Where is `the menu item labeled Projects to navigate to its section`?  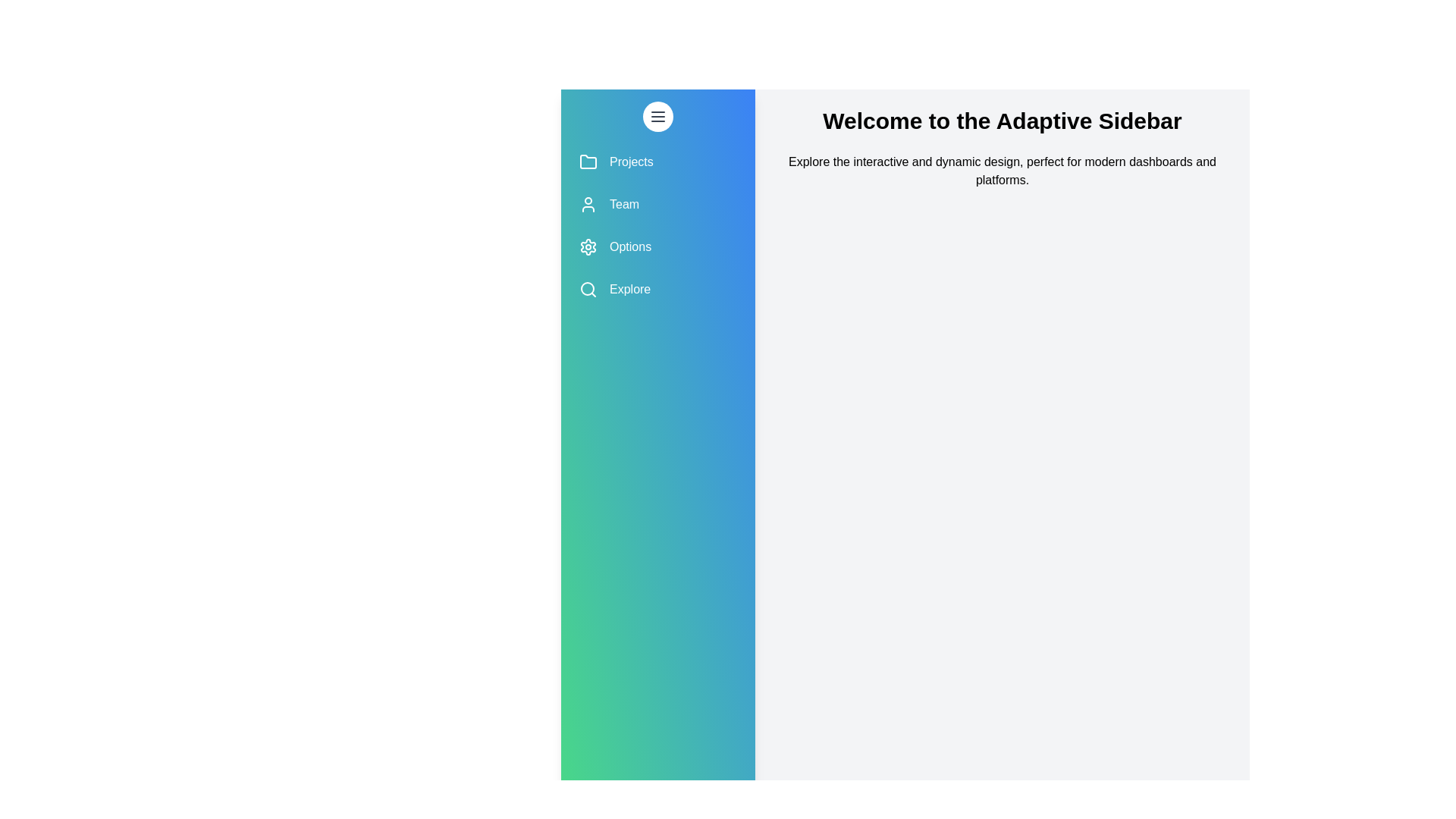
the menu item labeled Projects to navigate to its section is located at coordinates (658, 162).